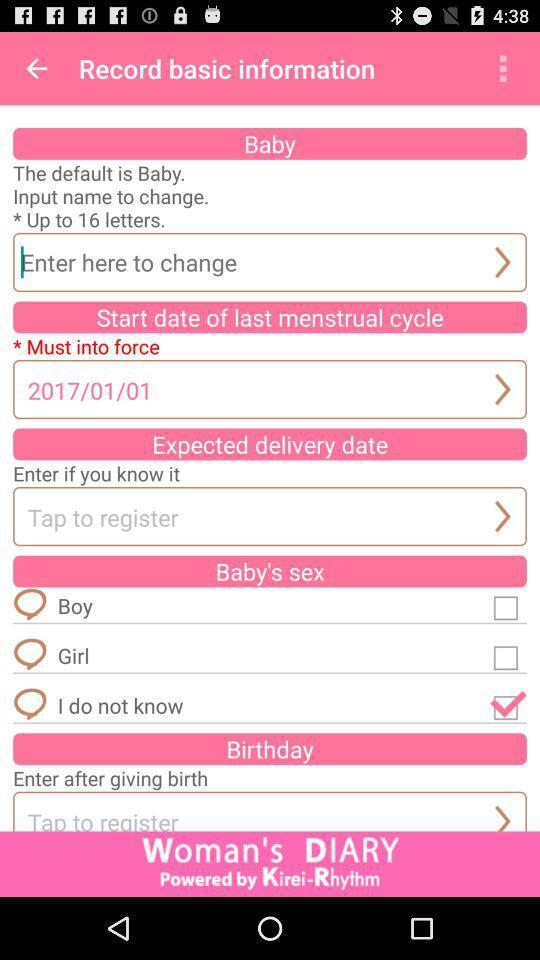  I want to click on app to the right of record basic information, so click(502, 68).